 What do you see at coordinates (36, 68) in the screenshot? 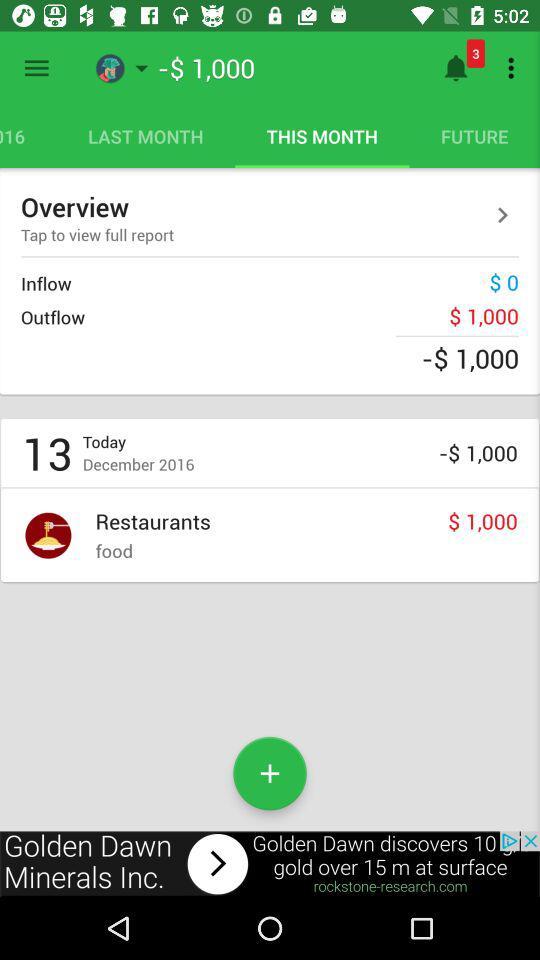
I see `menu options to select` at bounding box center [36, 68].